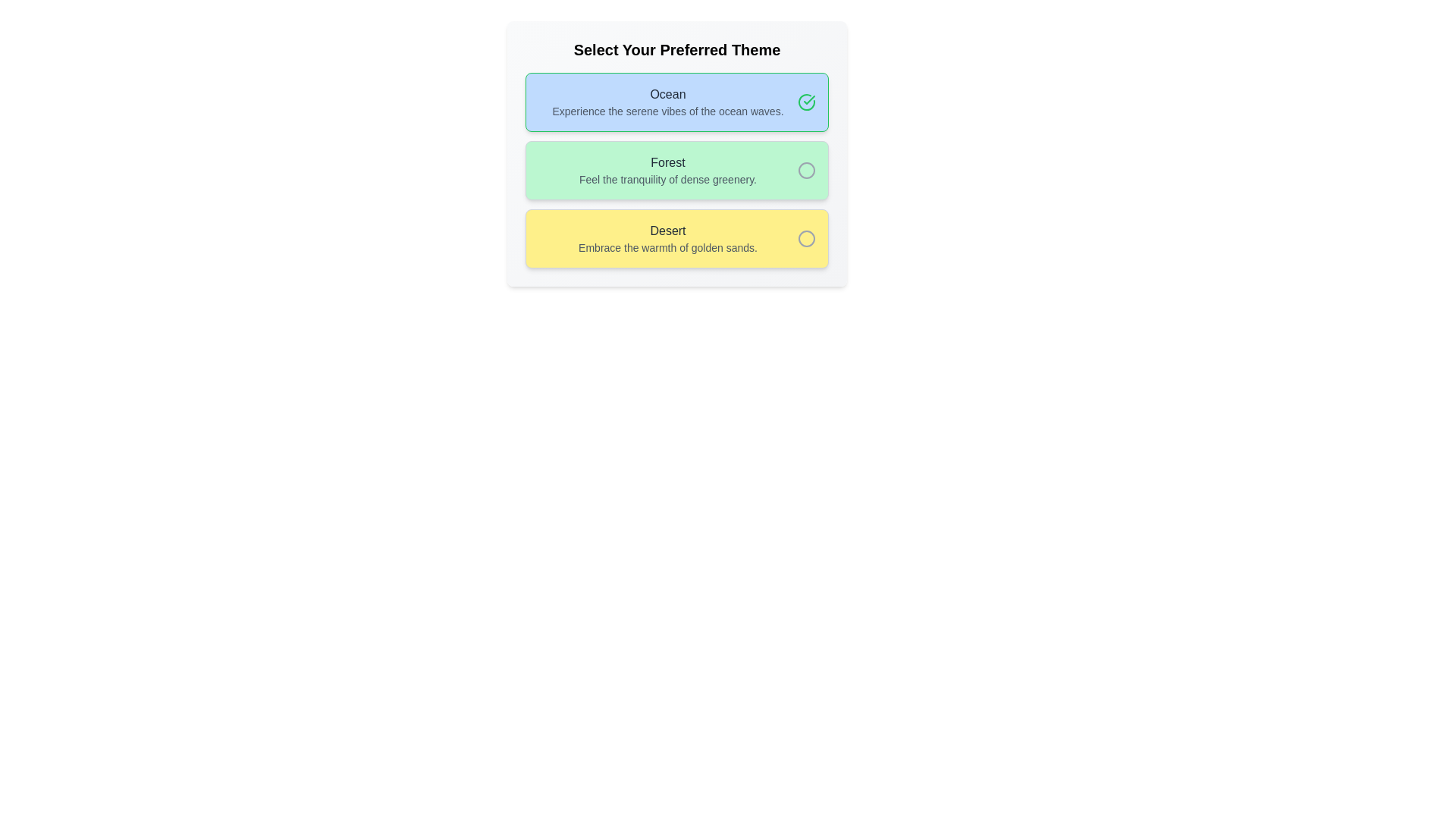 The width and height of the screenshot is (1456, 819). What do you see at coordinates (667, 110) in the screenshot?
I see `the text label that describes the 'Ocean' selection option, which is positioned centrally within the theme selection interface` at bounding box center [667, 110].